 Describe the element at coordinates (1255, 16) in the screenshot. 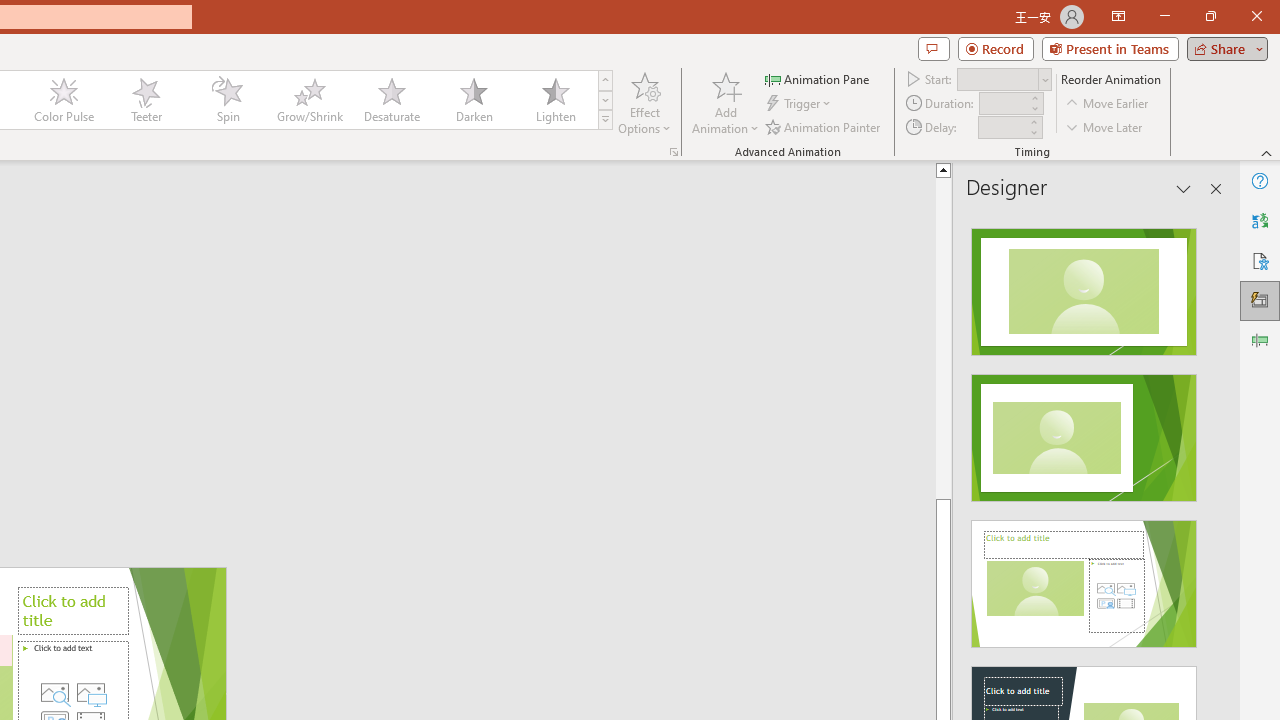

I see `'Close'` at that location.